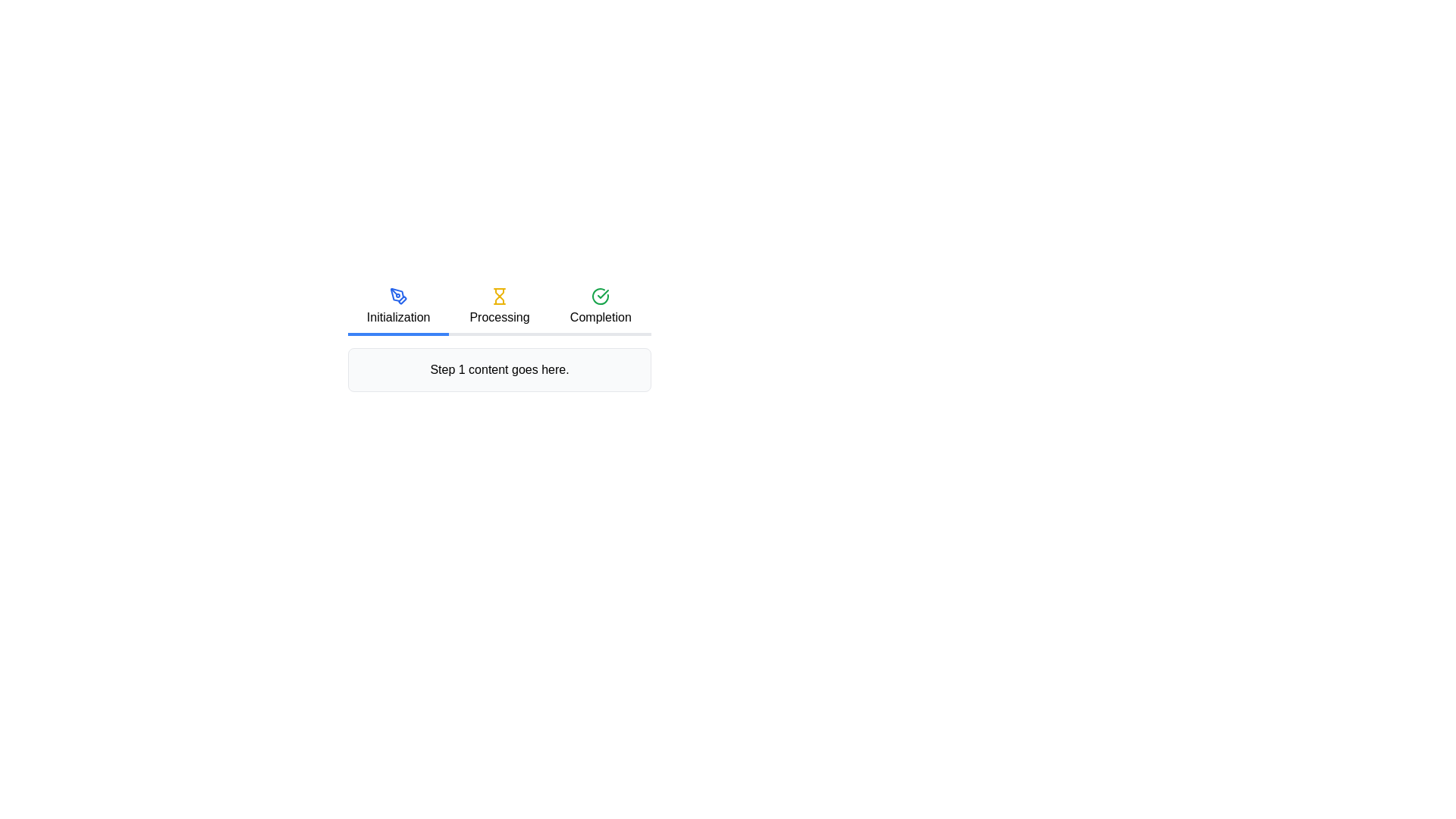  What do you see at coordinates (499, 292) in the screenshot?
I see `the small, yellow, hourglass-shaped icon located above the text labeled 'Processing' in the interface` at bounding box center [499, 292].